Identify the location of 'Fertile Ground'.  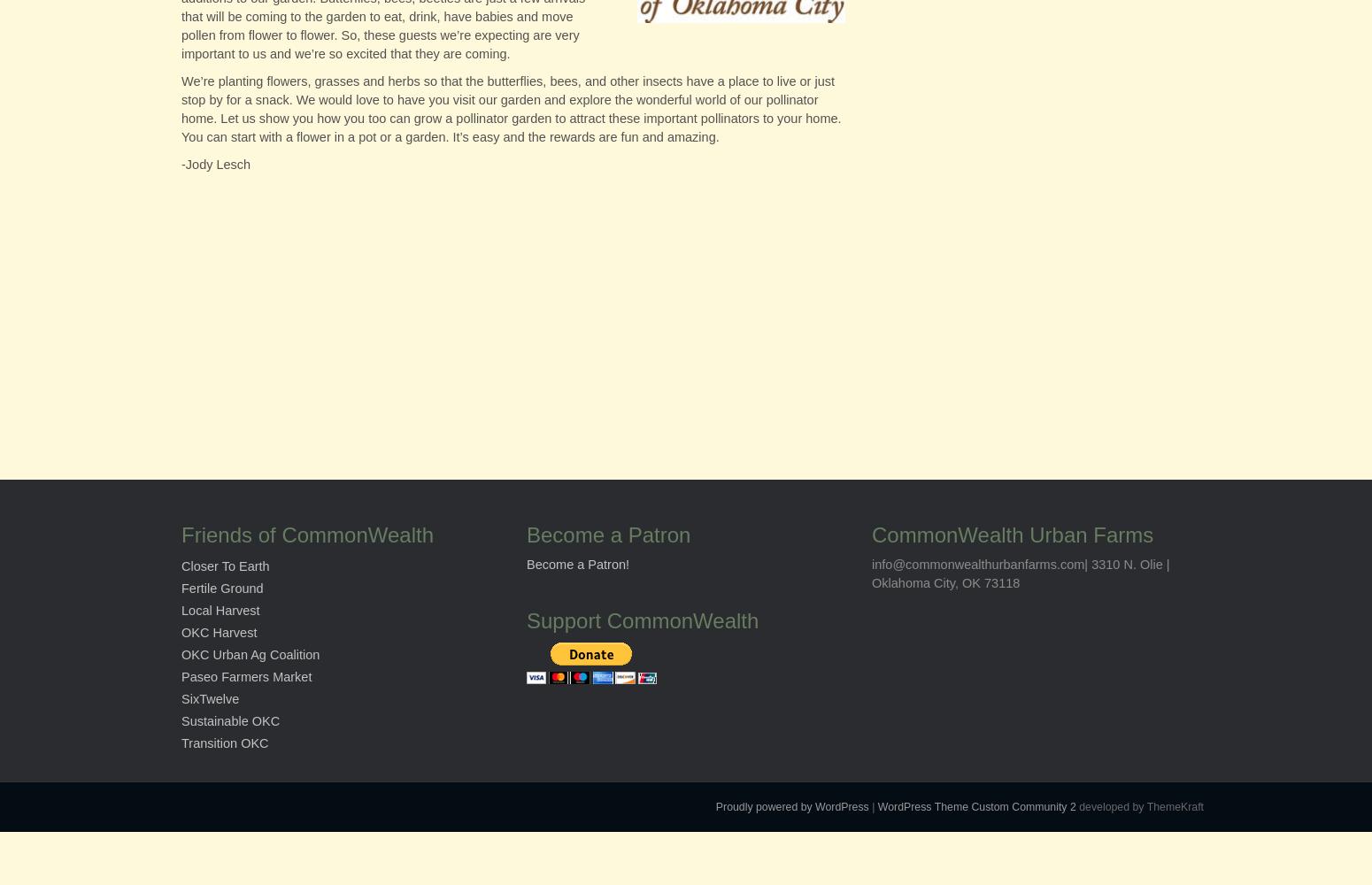
(221, 589).